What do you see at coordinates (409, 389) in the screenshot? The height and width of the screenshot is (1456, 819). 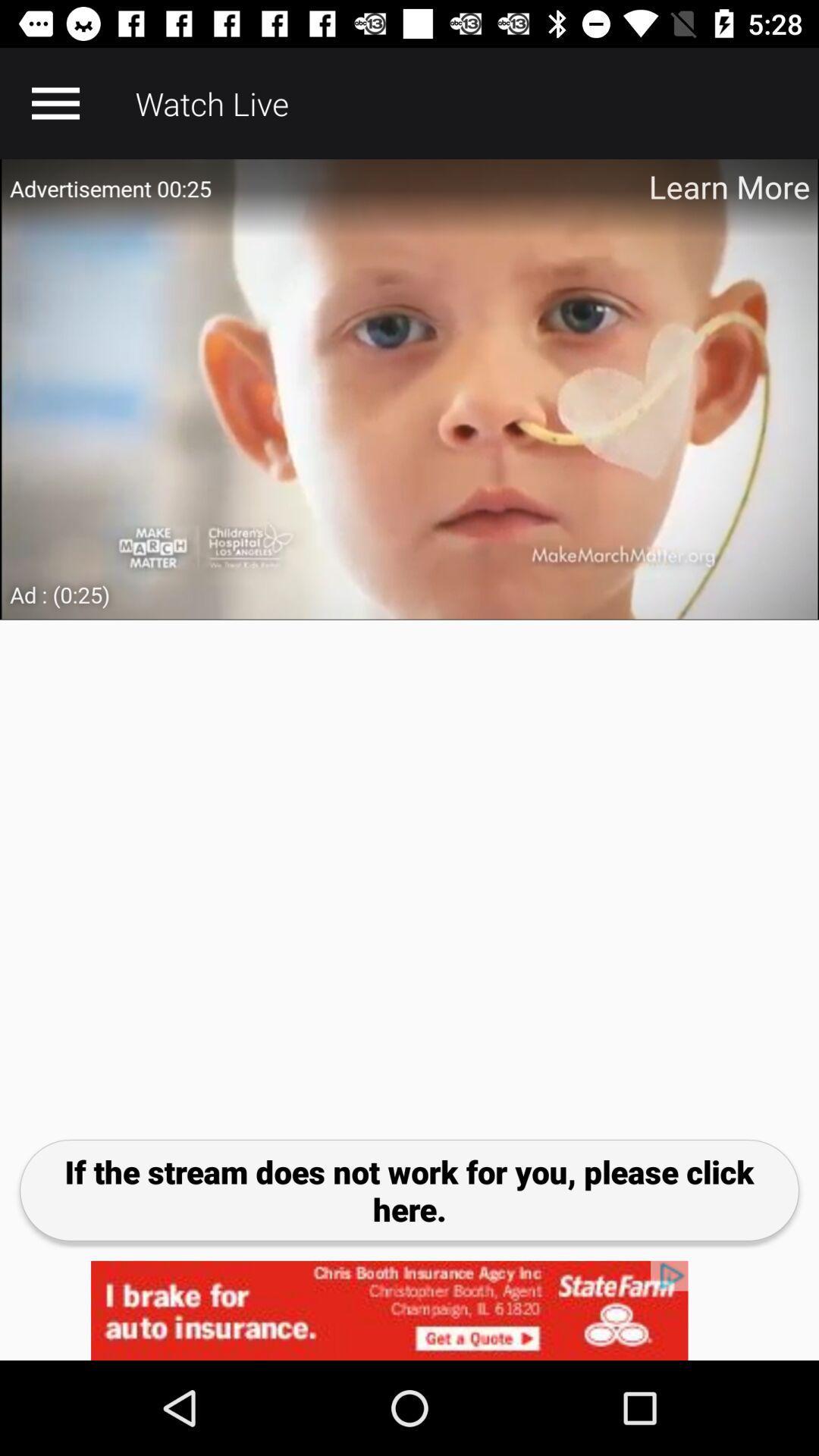 I see `upper video advertisement bar` at bounding box center [409, 389].